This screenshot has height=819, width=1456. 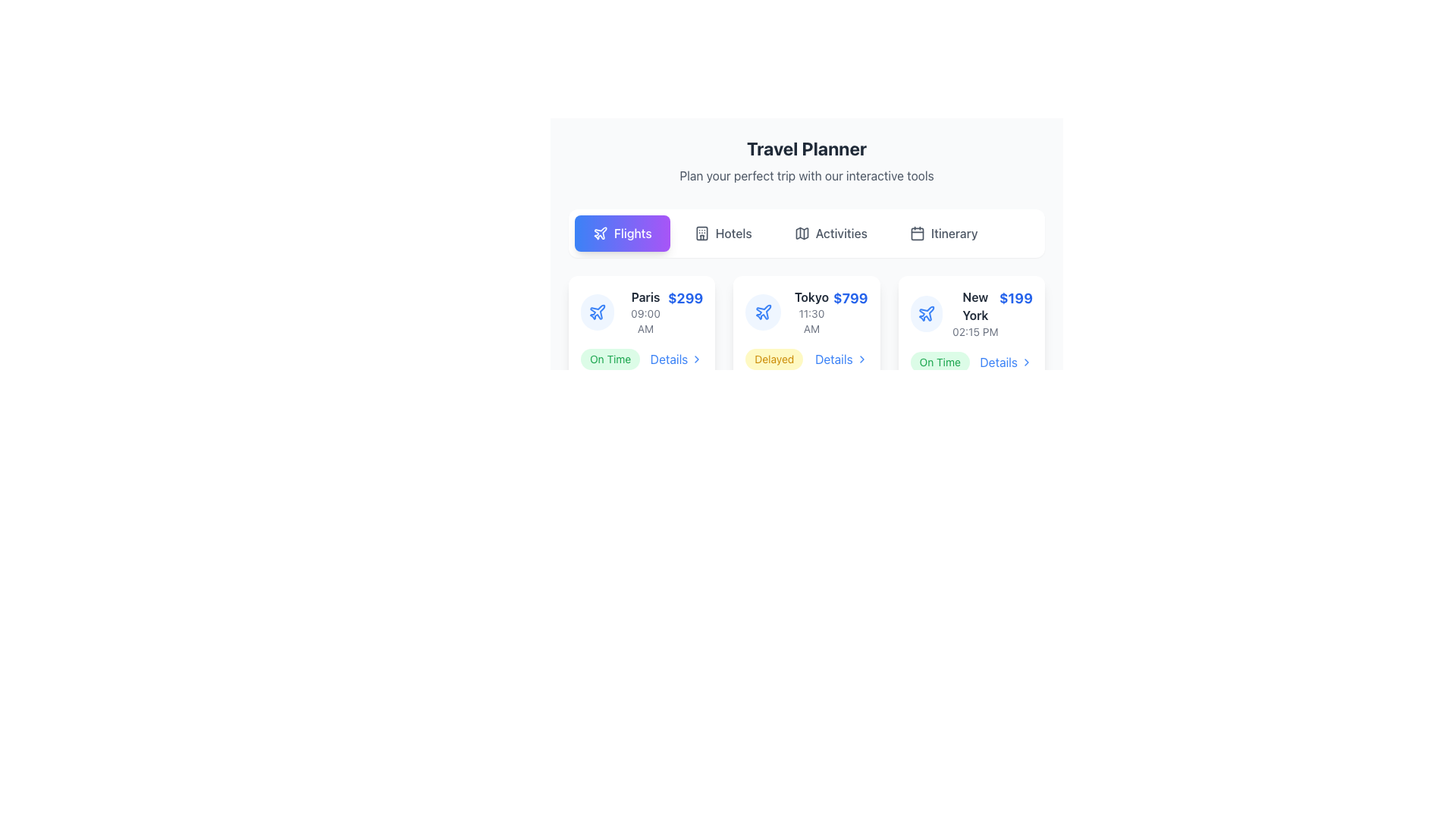 I want to click on the text display element that shows the destination 'New York' and the time '02:15 PM', located at the top-right of the flight details display card, so click(x=975, y=312).